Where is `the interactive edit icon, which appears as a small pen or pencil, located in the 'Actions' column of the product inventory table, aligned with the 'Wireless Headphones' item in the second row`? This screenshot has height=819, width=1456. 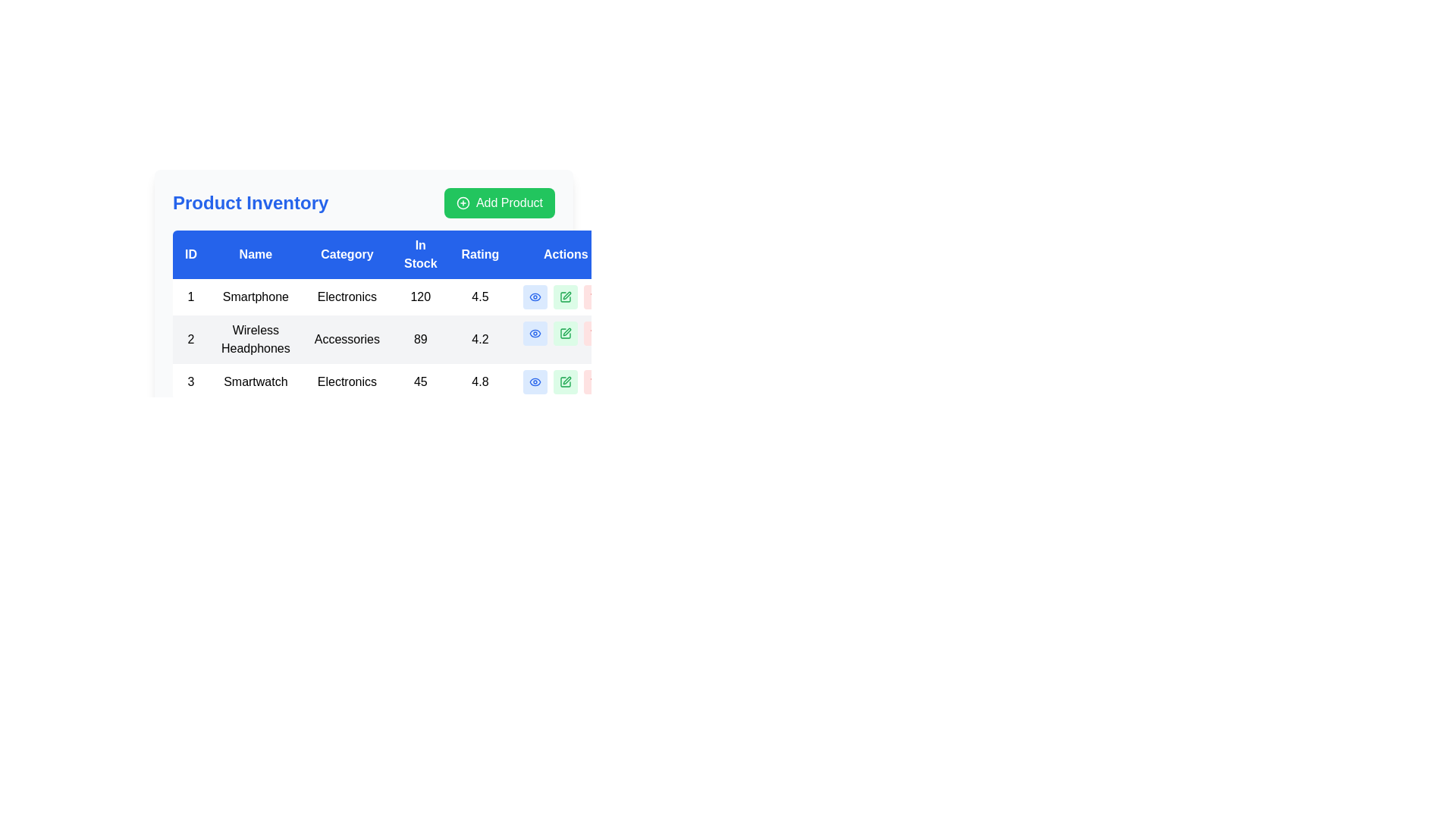 the interactive edit icon, which appears as a small pen or pencil, located in the 'Actions' column of the product inventory table, aligned with the 'Wireless Headphones' item in the second row is located at coordinates (566, 331).